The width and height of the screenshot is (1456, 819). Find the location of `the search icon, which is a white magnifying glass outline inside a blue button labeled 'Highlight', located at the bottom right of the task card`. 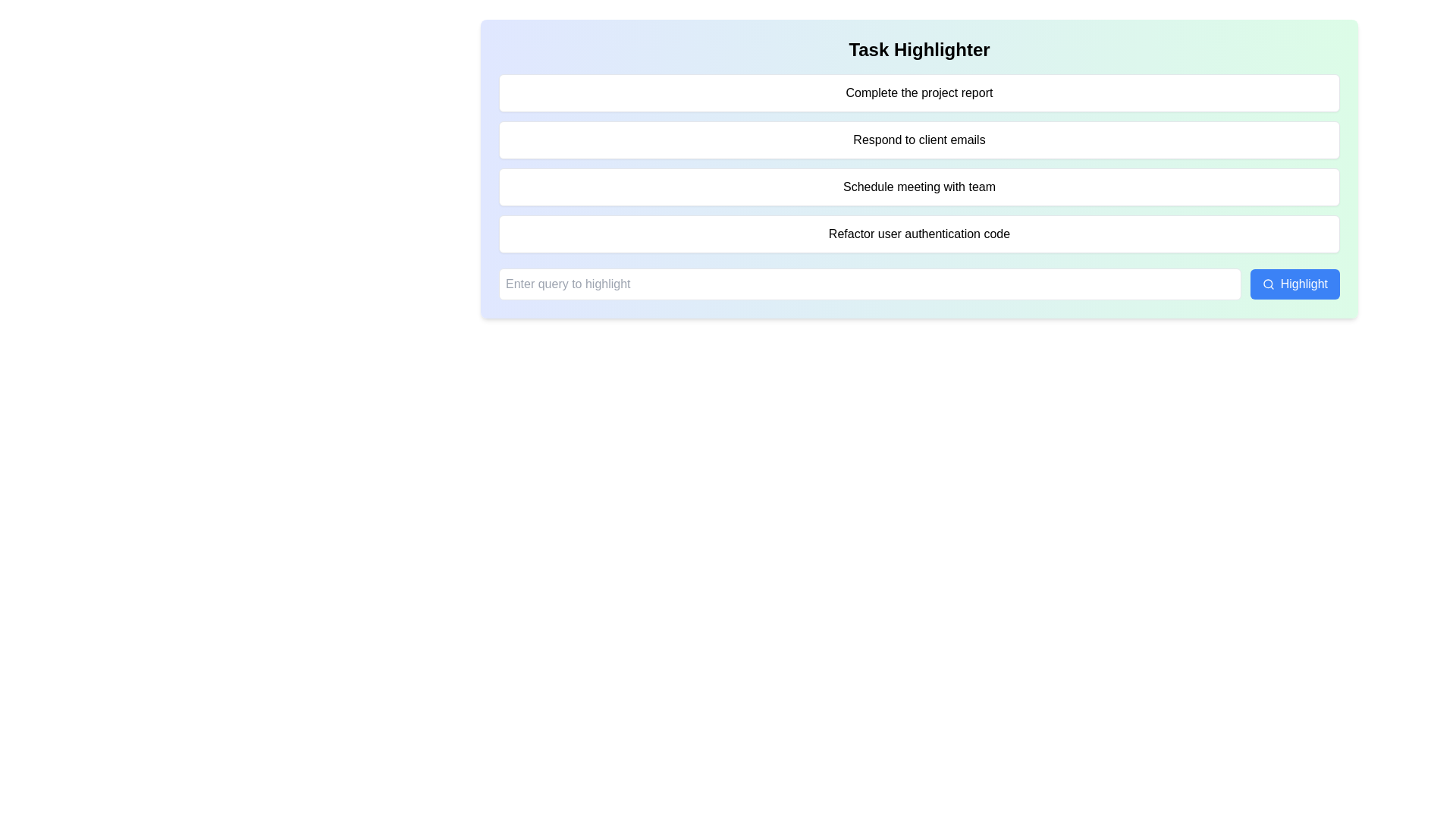

the search icon, which is a white magnifying glass outline inside a blue button labeled 'Highlight', located at the bottom right of the task card is located at coordinates (1268, 284).